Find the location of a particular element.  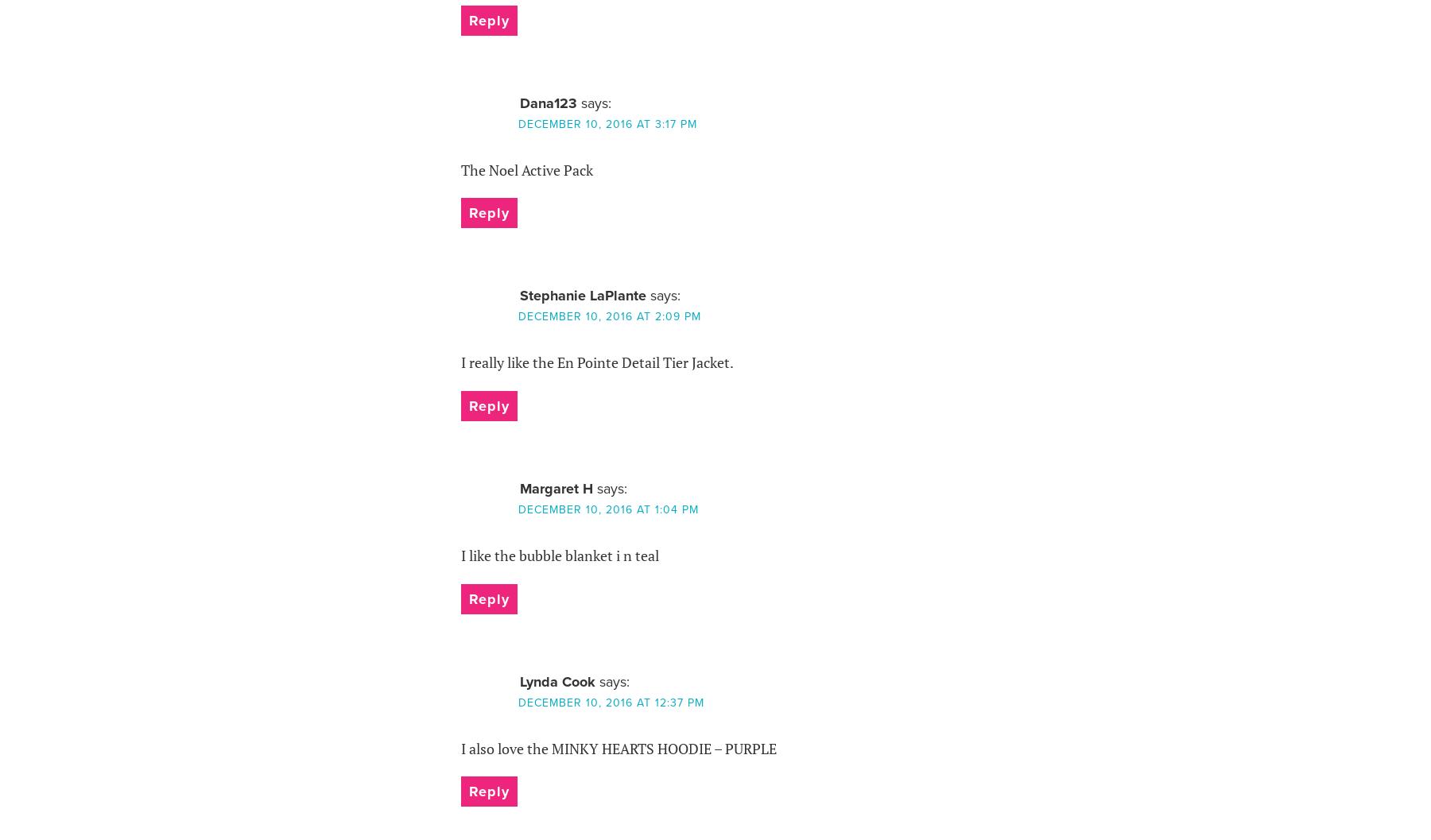

'Stephanie LaPlante' is located at coordinates (581, 295).